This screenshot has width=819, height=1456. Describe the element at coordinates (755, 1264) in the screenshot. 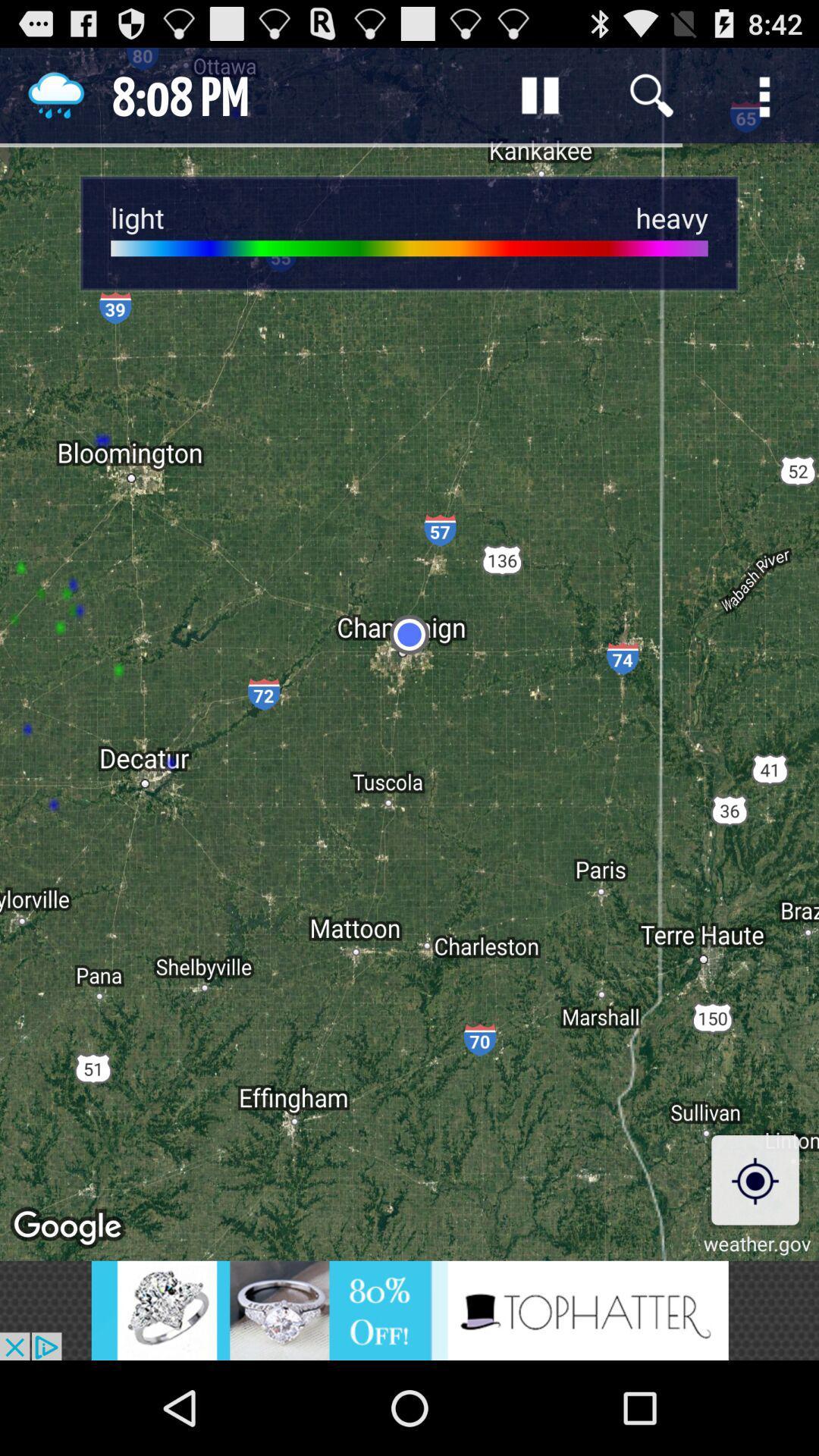

I see `the location_crosshair icon` at that location.